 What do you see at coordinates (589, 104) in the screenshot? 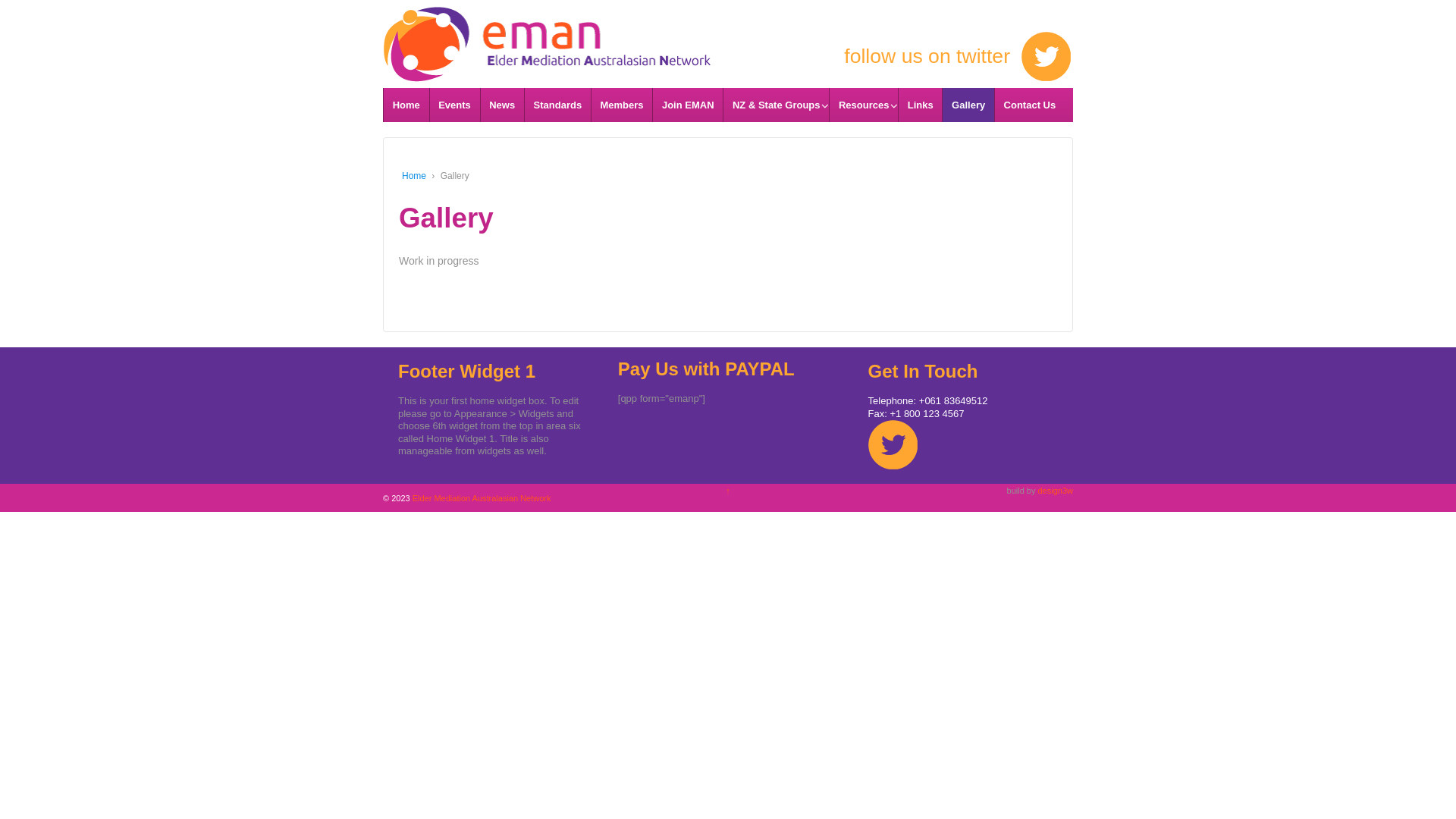
I see `'Members'` at bounding box center [589, 104].